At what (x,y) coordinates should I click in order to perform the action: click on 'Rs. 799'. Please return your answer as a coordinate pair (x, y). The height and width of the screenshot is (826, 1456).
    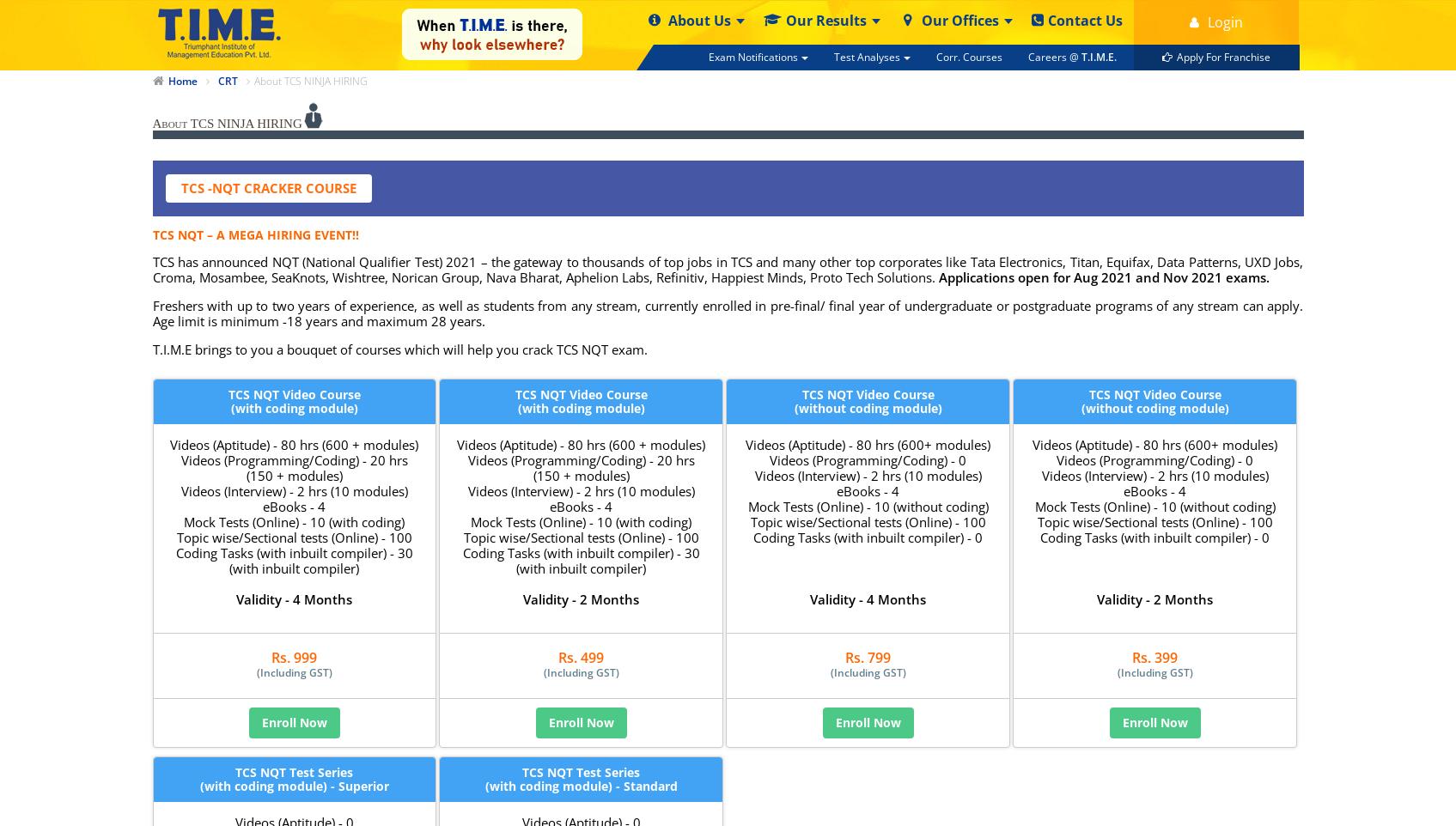
    Looking at the image, I should click on (844, 658).